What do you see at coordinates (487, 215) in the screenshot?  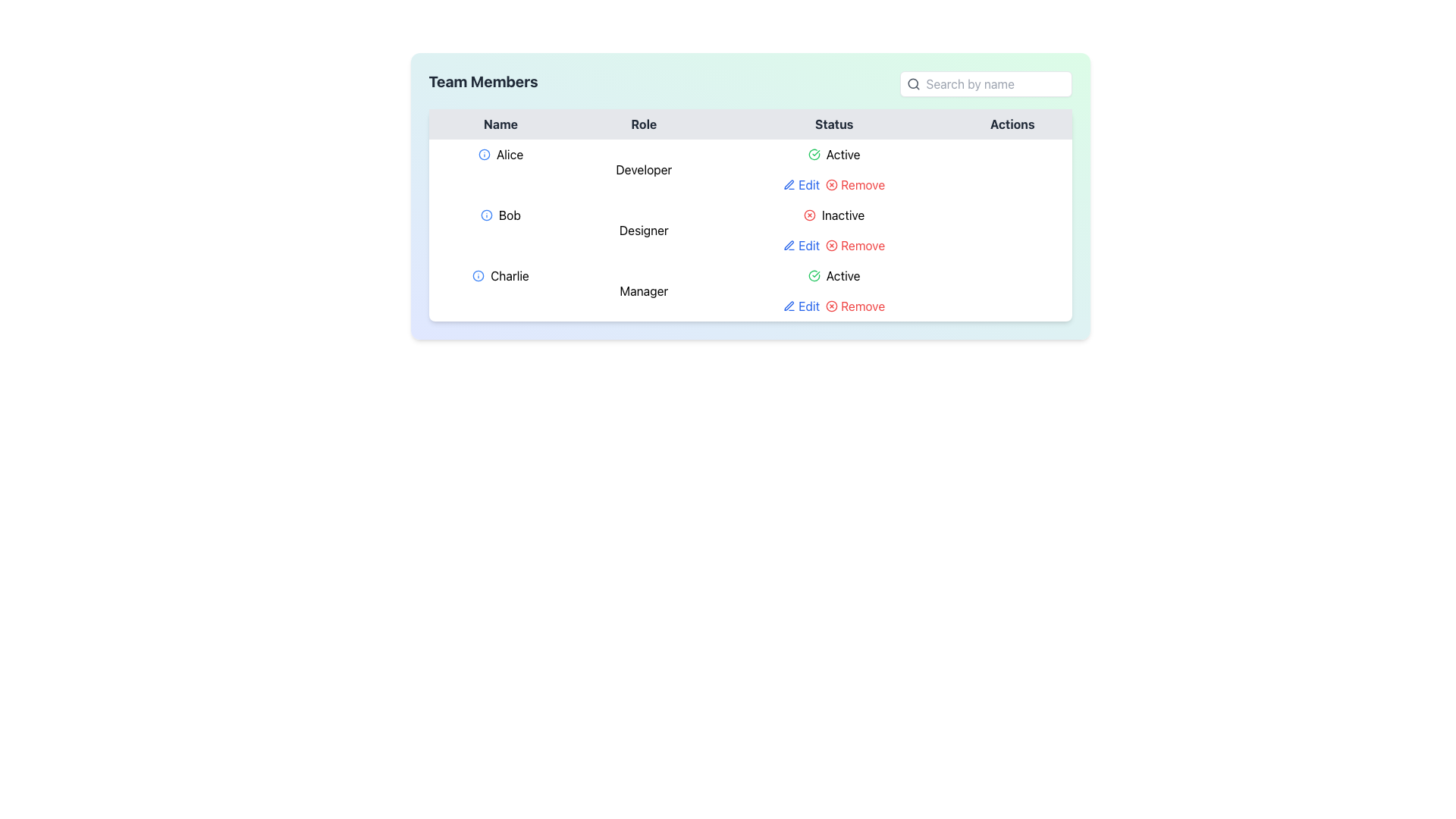 I see `the small circular filled blue icon with a white question mark at the center, located in the first column under the header 'Name' corresponding to the team member named 'Bob'` at bounding box center [487, 215].